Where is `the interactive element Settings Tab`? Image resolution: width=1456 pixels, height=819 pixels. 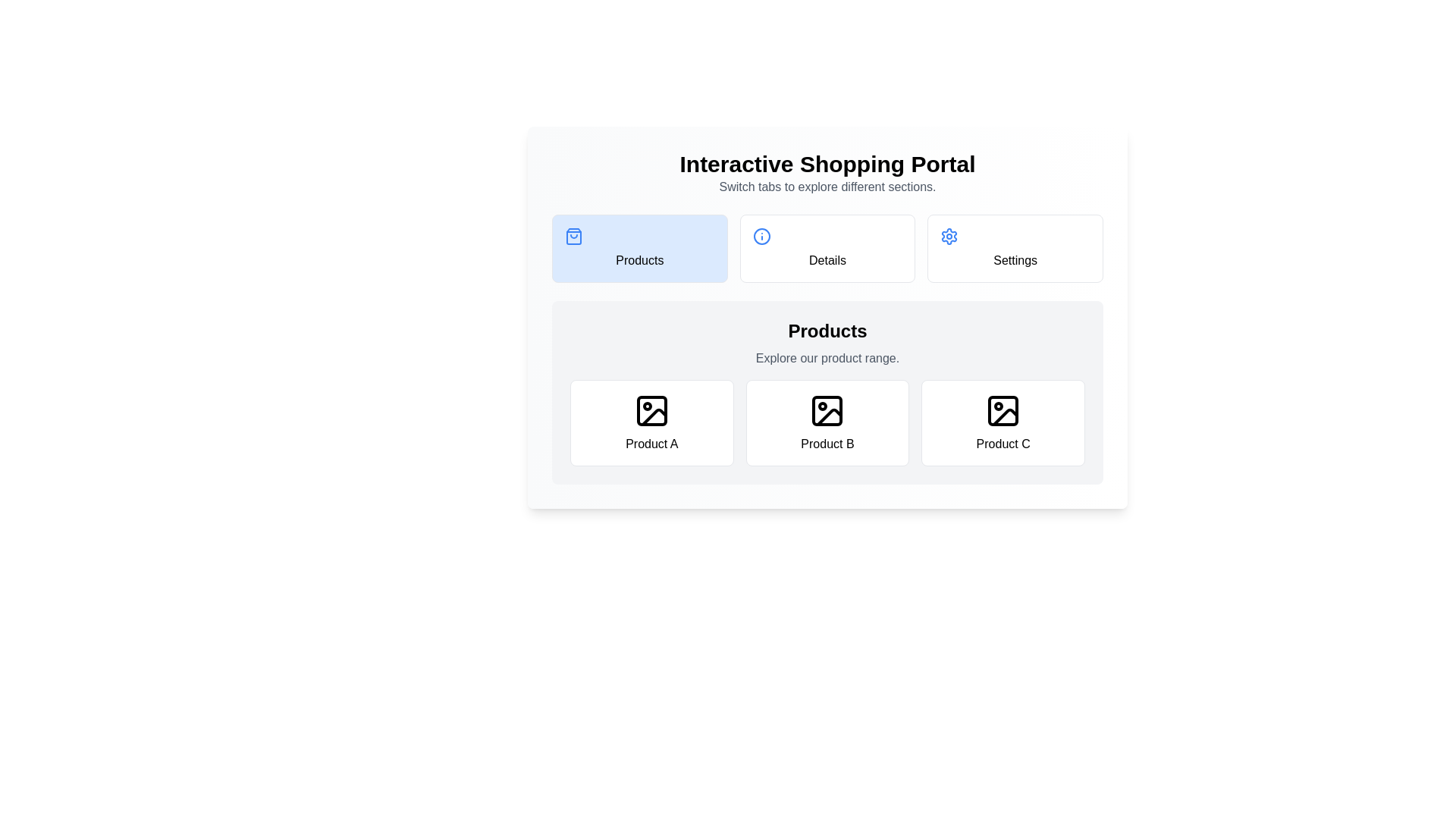
the interactive element Settings Tab is located at coordinates (1015, 247).